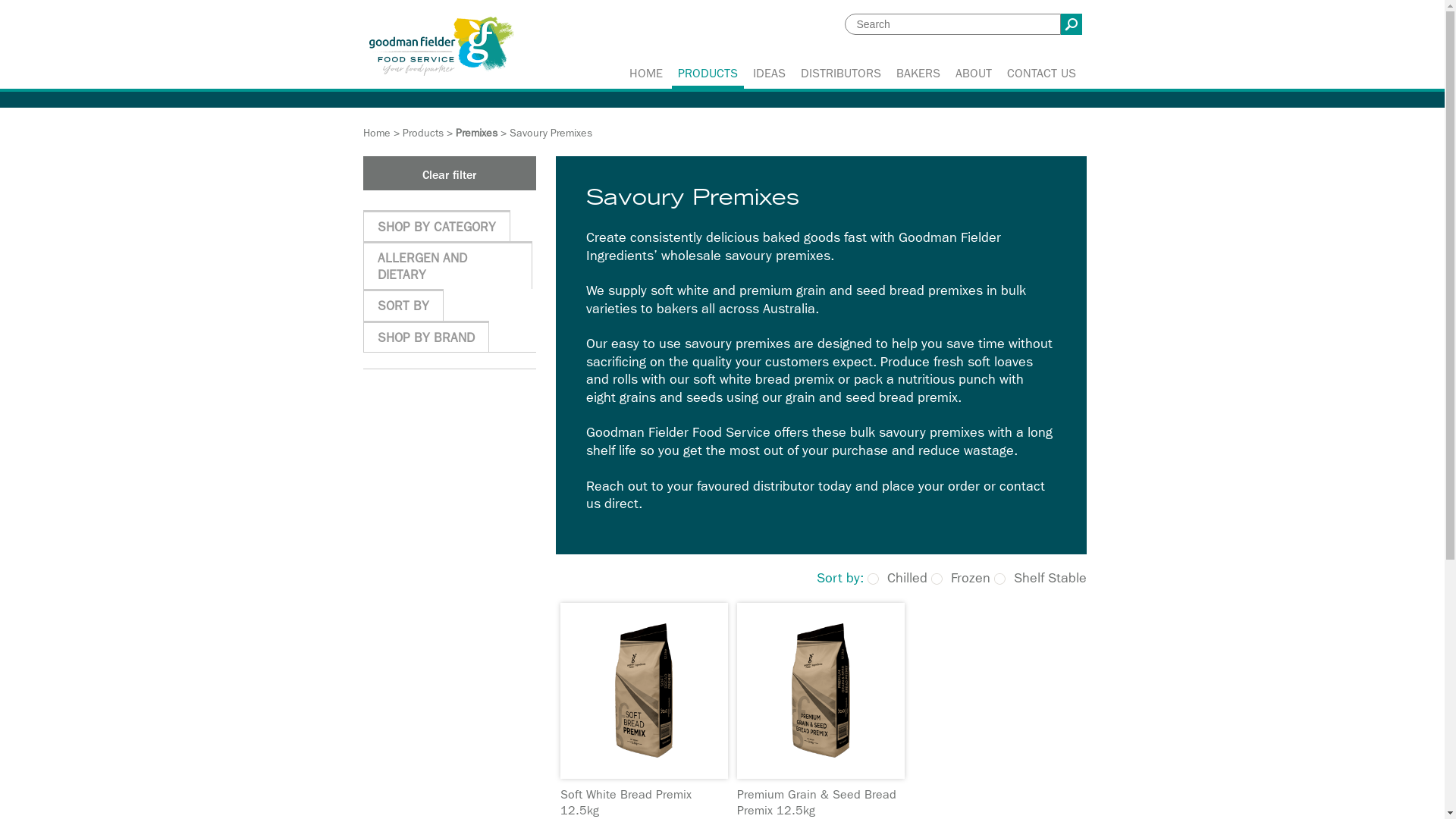  Describe the element at coordinates (768, 74) in the screenshot. I see `'IDEAS'` at that location.